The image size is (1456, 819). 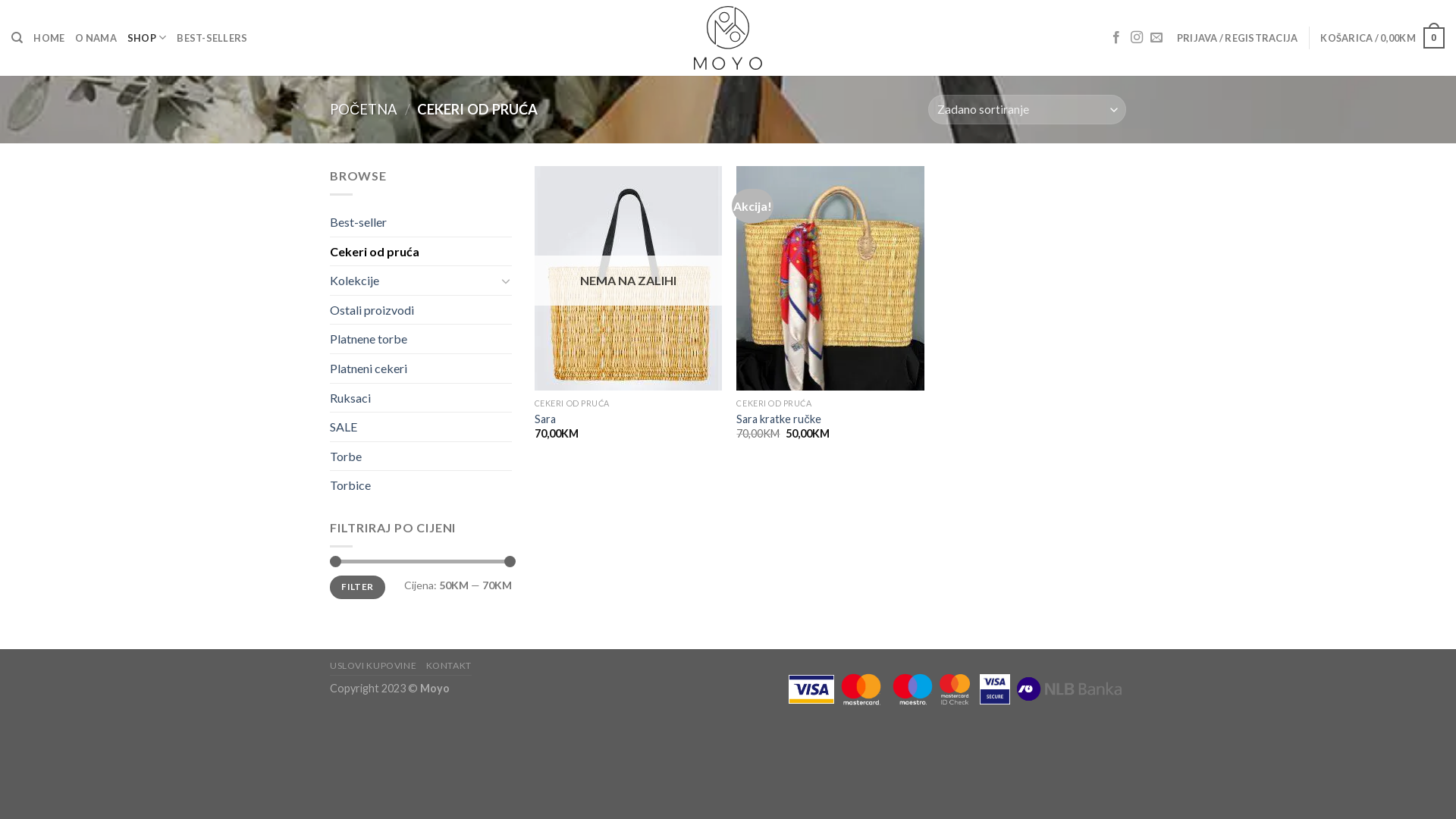 I want to click on 'USLOVI KUPOVINE', so click(x=372, y=664).